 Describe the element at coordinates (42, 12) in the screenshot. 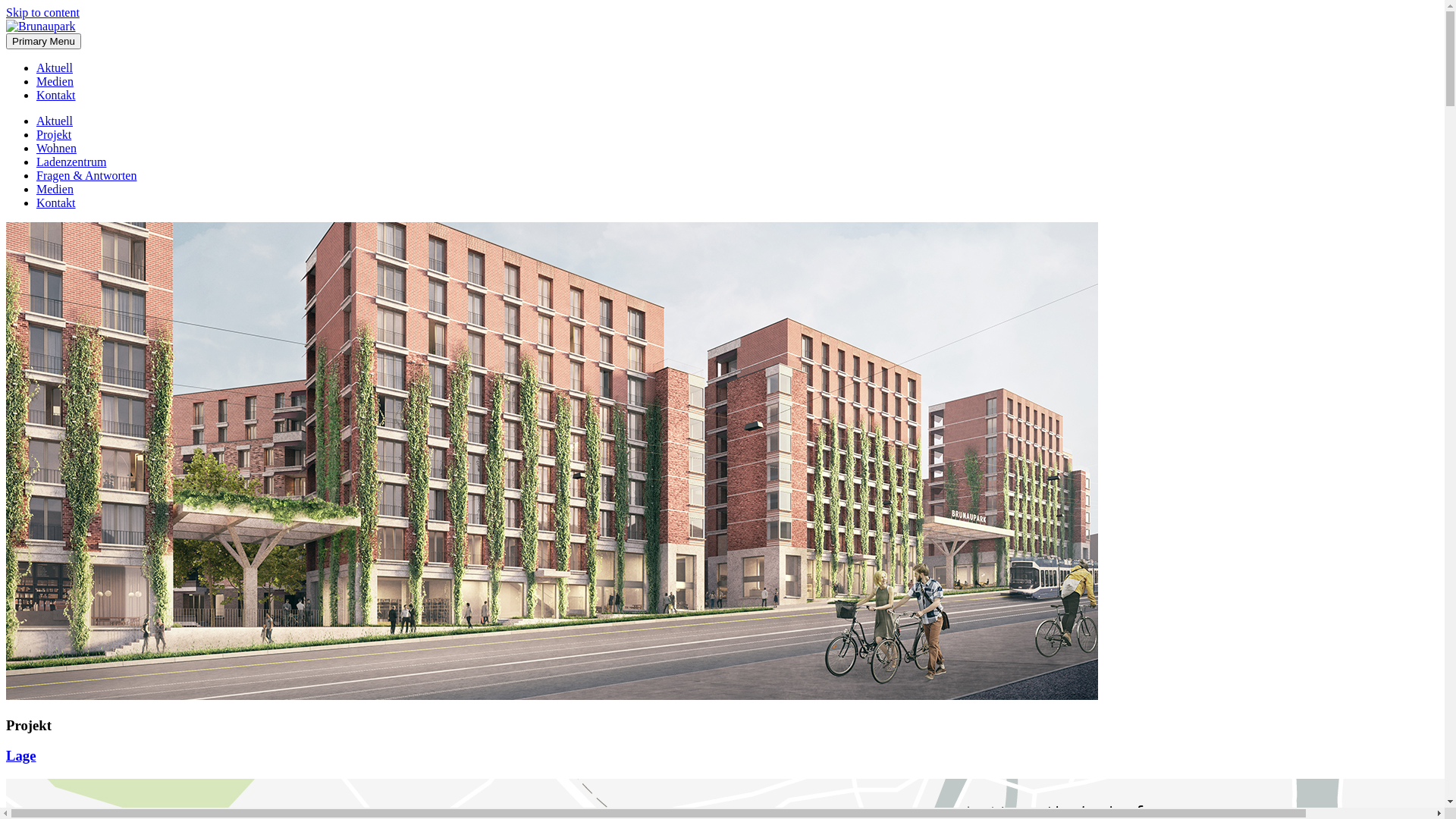

I see `'Skip to content'` at that location.